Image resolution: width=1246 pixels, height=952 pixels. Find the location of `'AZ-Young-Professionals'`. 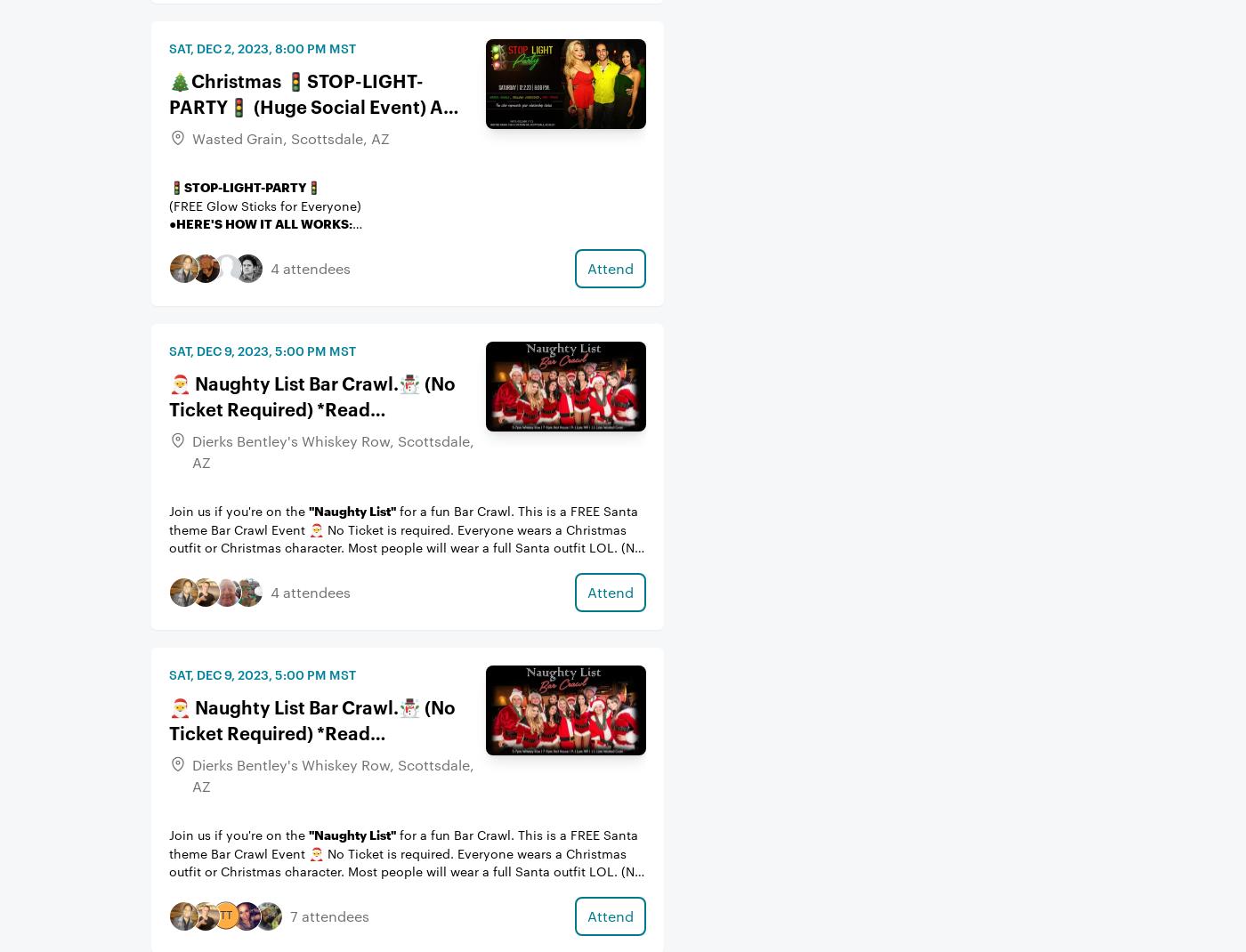

'AZ-Young-Professionals' is located at coordinates (435, 69).